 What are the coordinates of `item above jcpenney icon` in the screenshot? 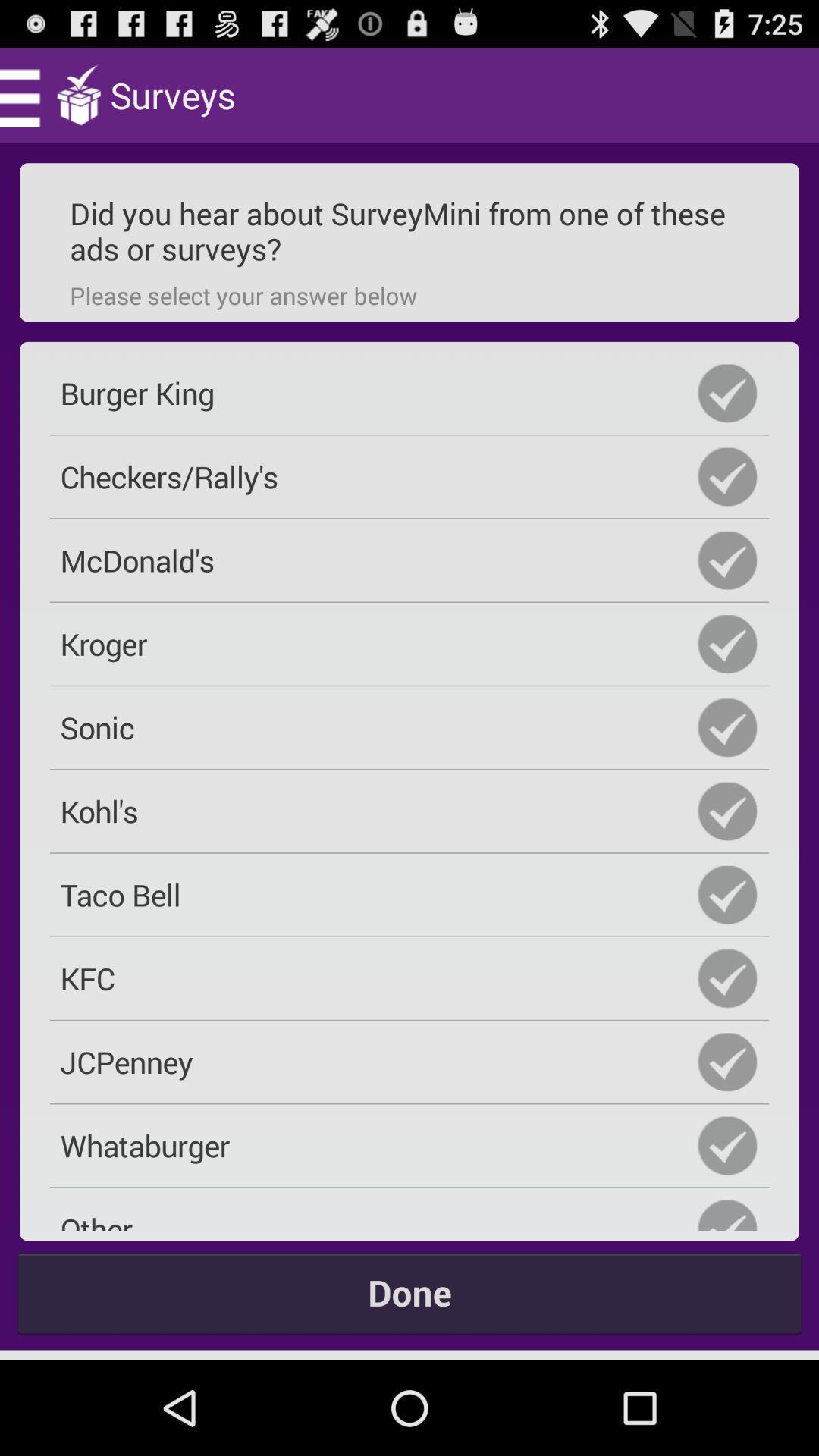 It's located at (409, 978).